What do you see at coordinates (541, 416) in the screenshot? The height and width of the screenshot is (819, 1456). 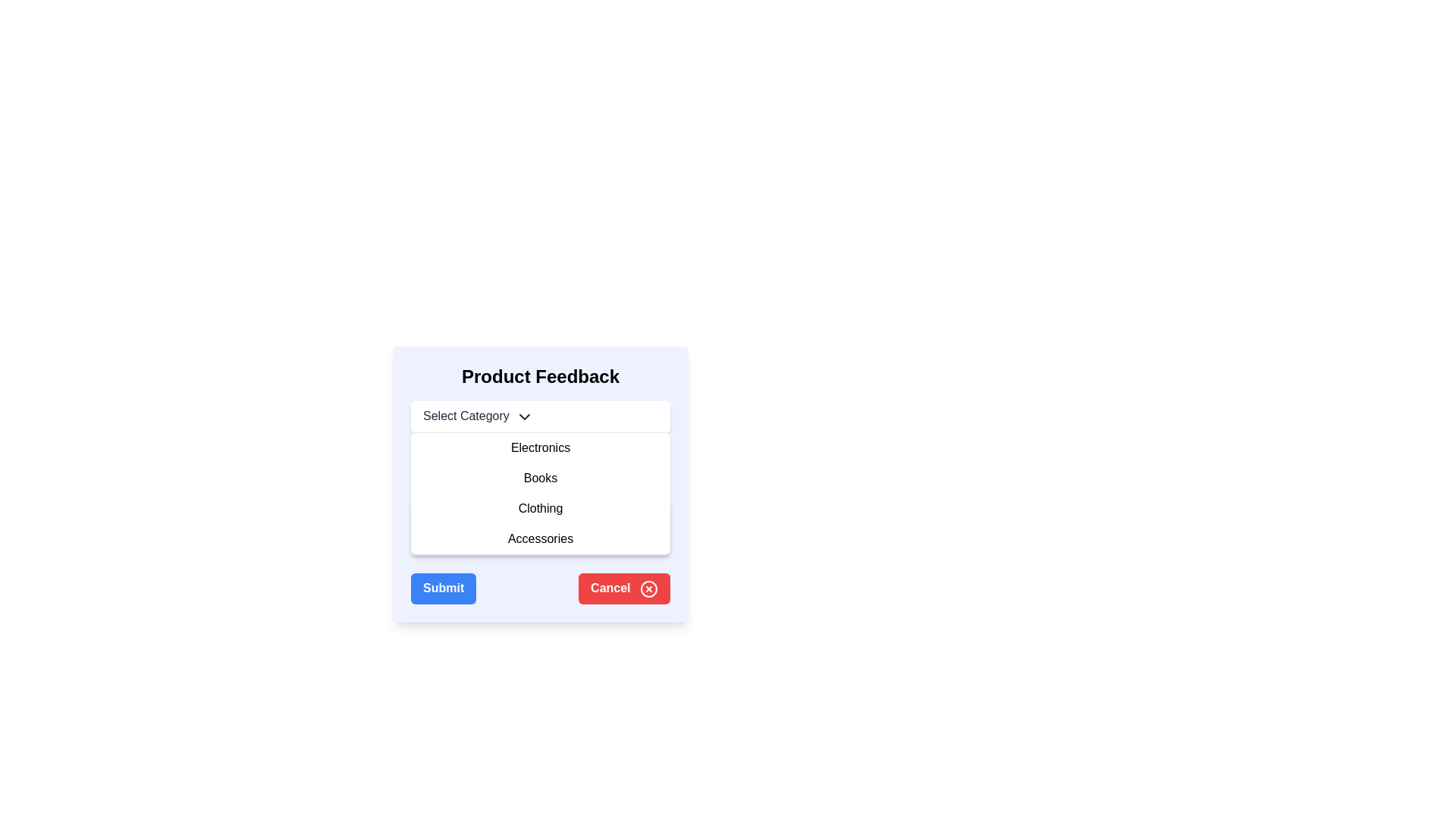 I see `the Dropdown menu labeled 'Select Category'` at bounding box center [541, 416].